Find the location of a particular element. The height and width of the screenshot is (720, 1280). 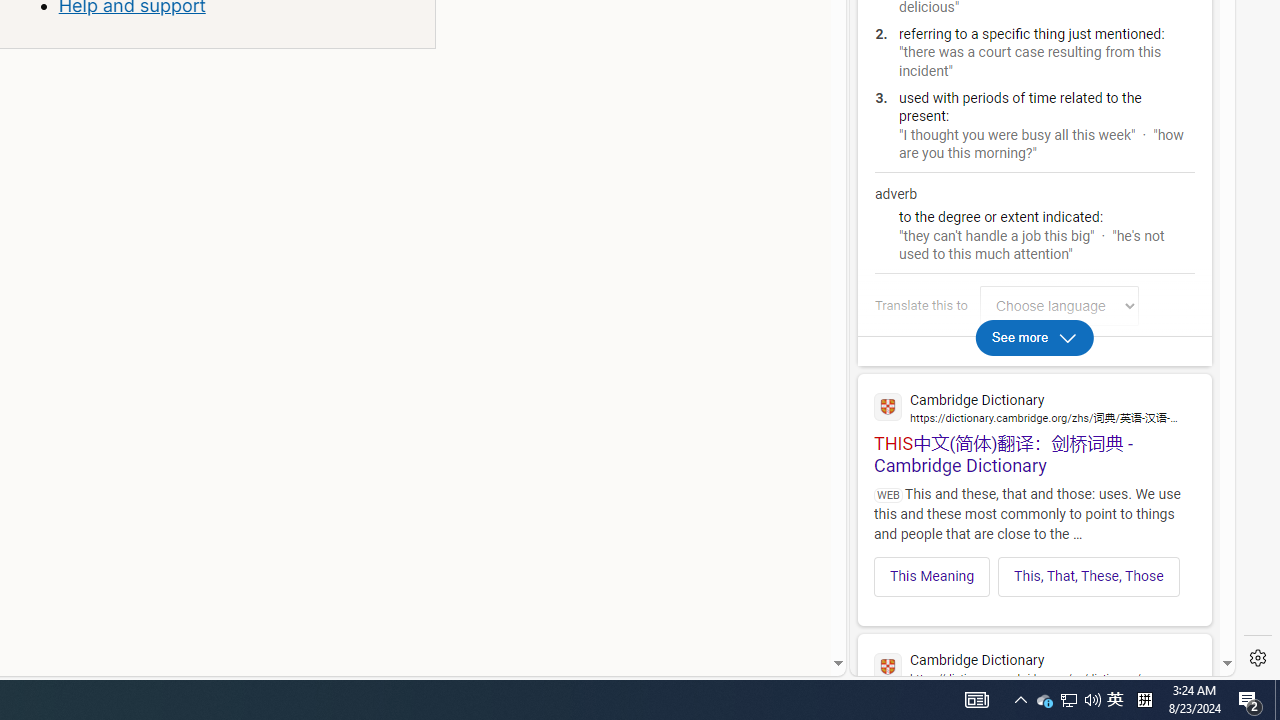

'This, That, These, Those' is located at coordinates (1088, 576).